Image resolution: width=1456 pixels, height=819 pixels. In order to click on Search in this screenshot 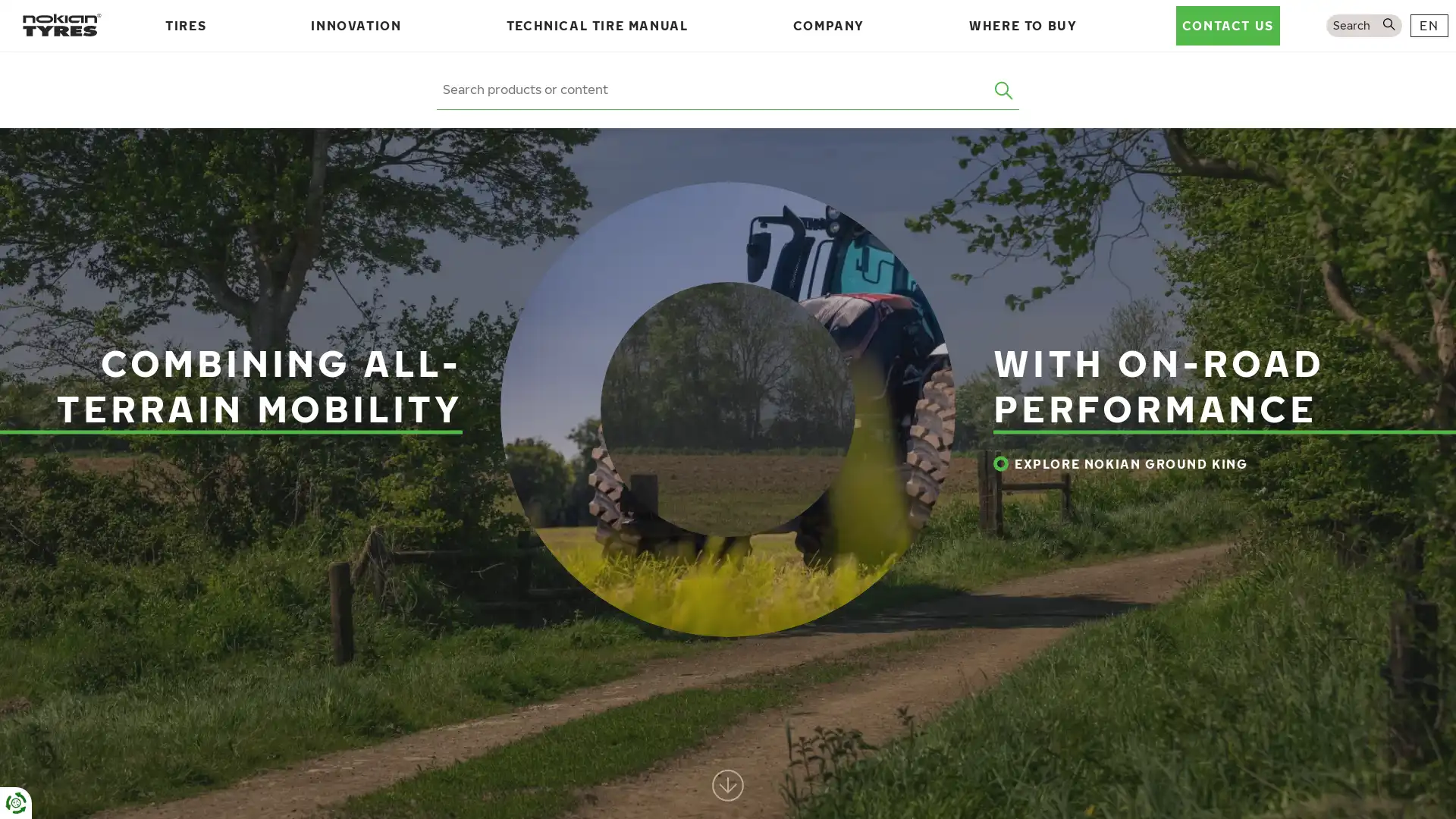, I will do `click(1004, 89)`.